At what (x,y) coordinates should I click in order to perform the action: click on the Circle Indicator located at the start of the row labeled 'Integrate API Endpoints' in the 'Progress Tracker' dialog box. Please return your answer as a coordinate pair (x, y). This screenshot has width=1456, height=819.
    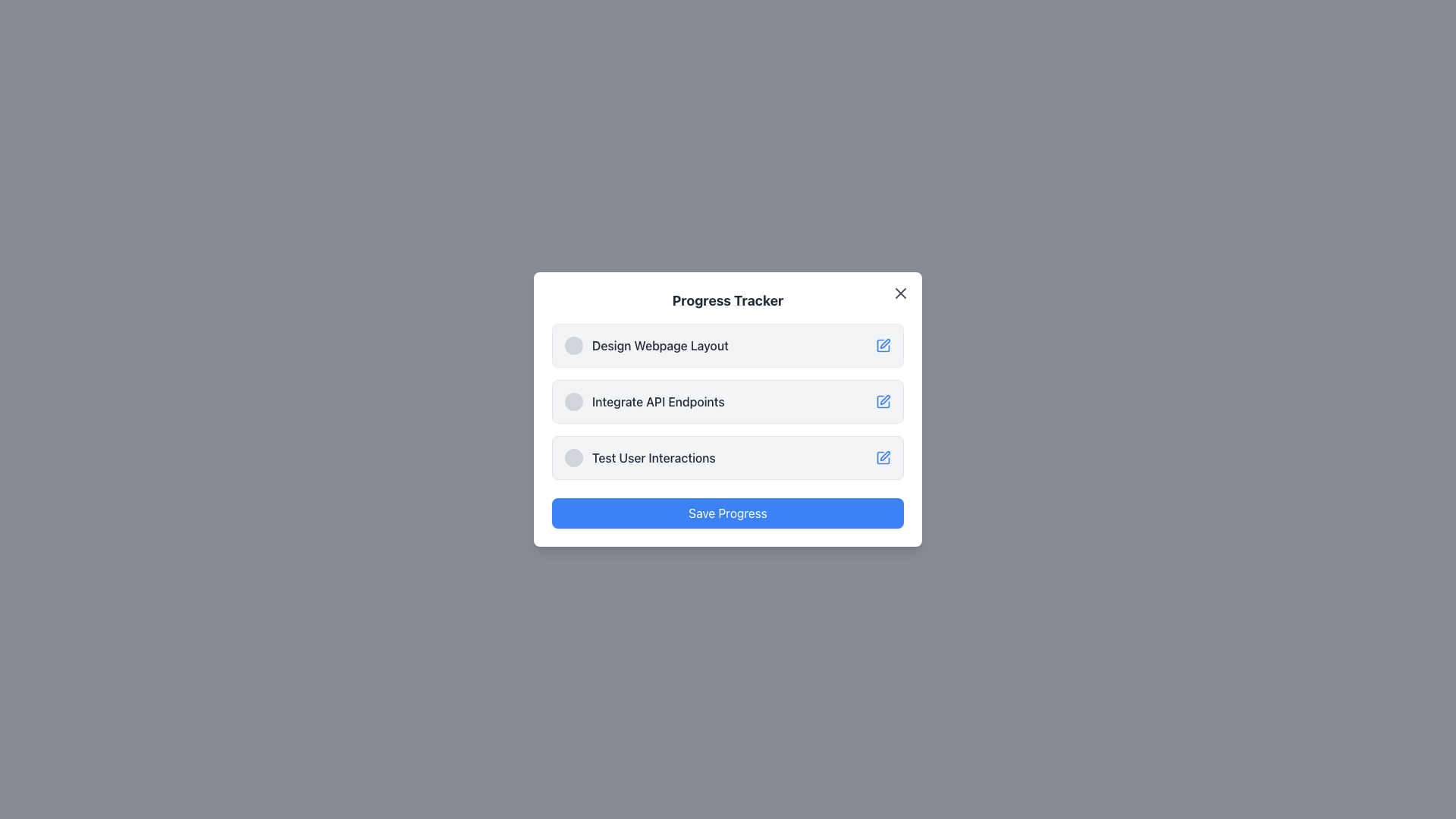
    Looking at the image, I should click on (573, 400).